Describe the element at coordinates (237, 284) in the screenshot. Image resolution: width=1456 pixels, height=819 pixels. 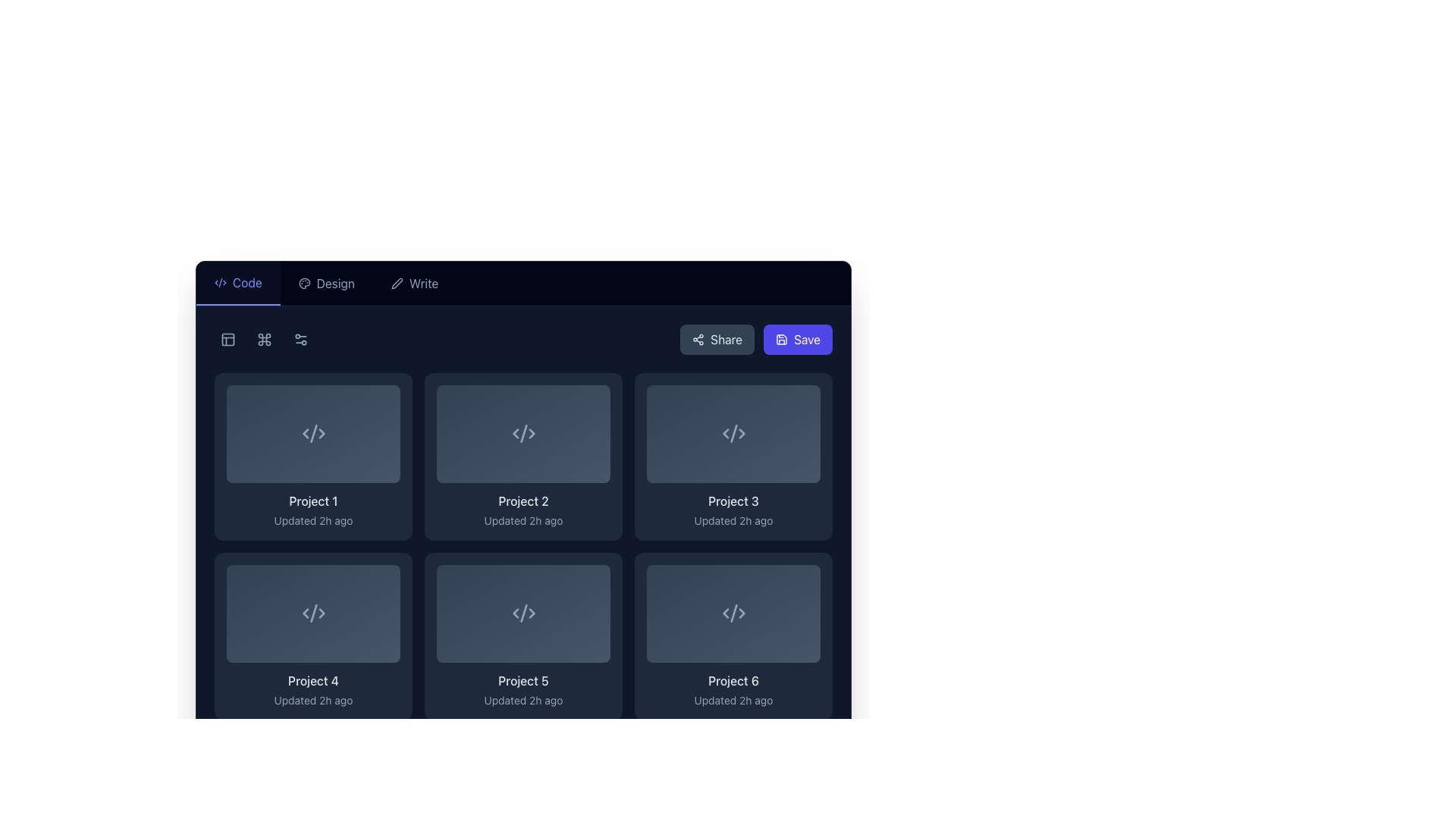
I see `the first tab labeled 'Code' in the tab navigation bar` at that location.